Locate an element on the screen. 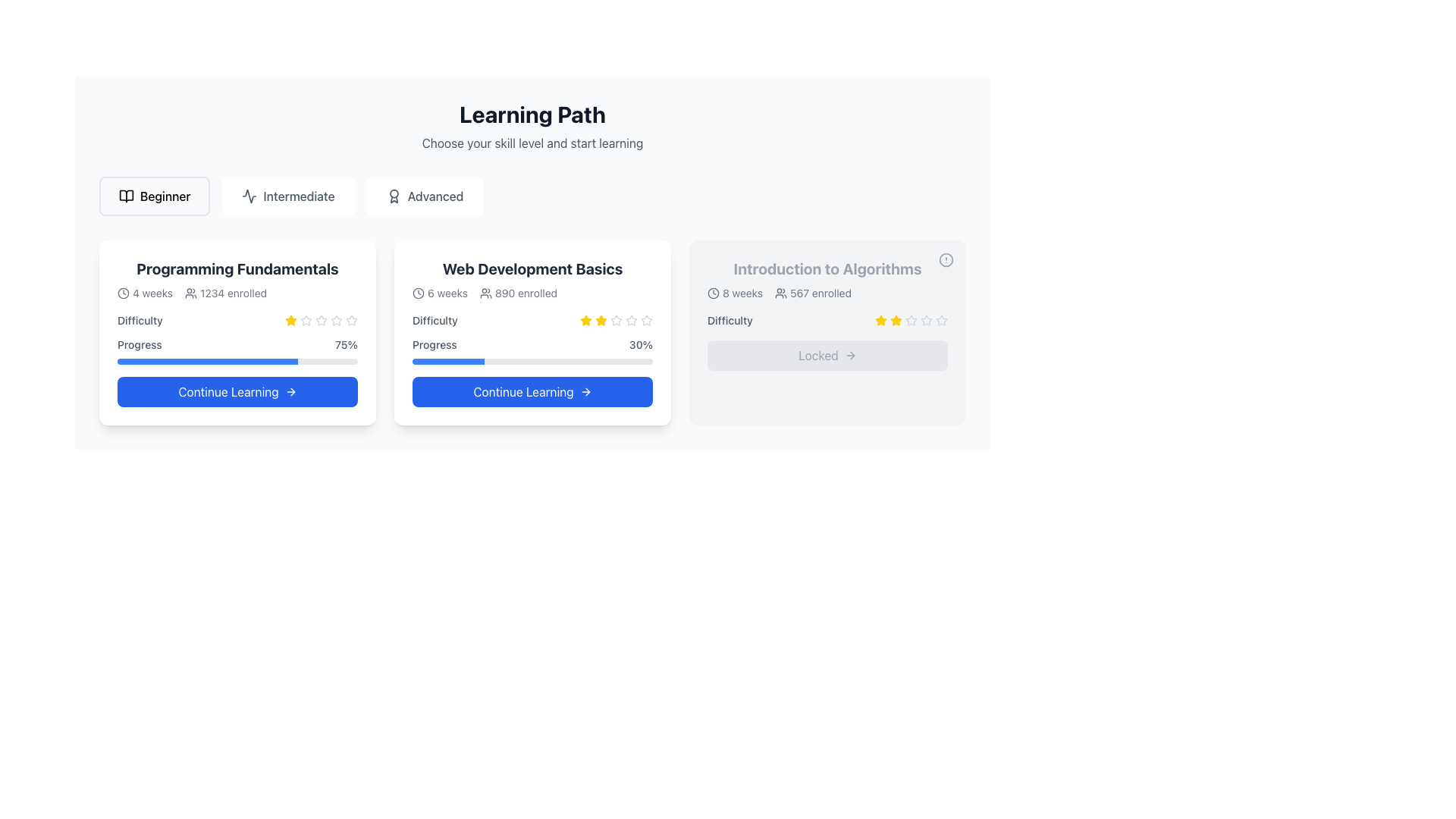  the 'Continue' button located at the bottom-center of the 'Web Development Basics' content card is located at coordinates (532, 391).